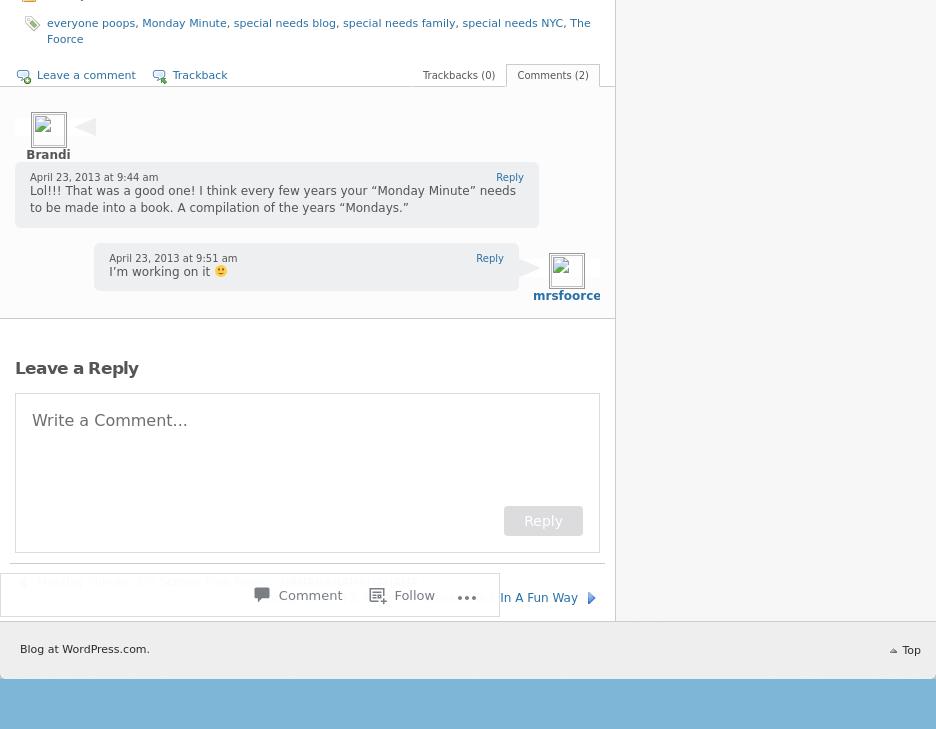 This screenshot has height=729, width=936. I want to click on 'Top', so click(902, 649).